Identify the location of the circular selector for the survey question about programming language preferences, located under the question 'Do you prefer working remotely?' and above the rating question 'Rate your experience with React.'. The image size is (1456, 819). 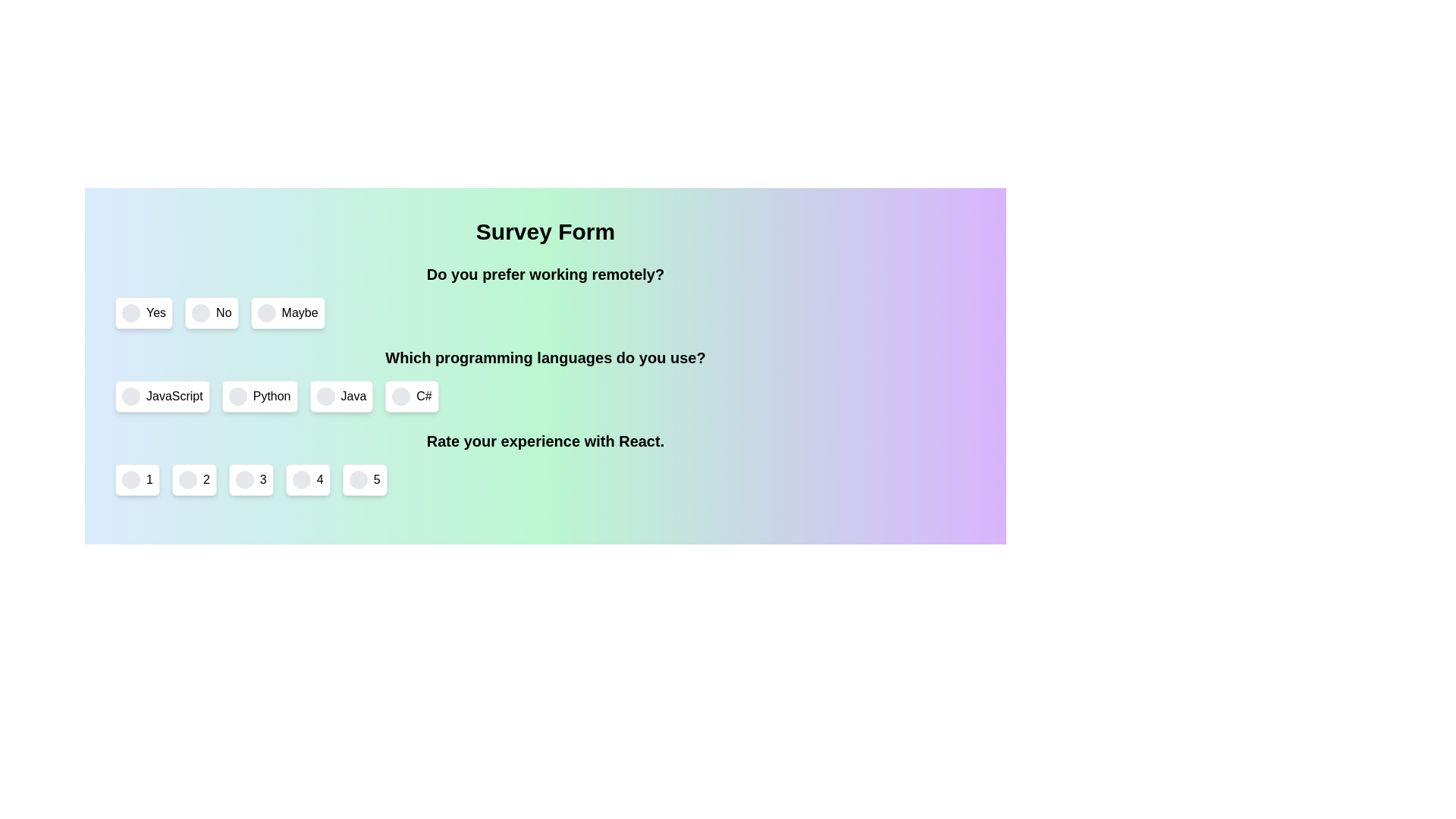
(545, 379).